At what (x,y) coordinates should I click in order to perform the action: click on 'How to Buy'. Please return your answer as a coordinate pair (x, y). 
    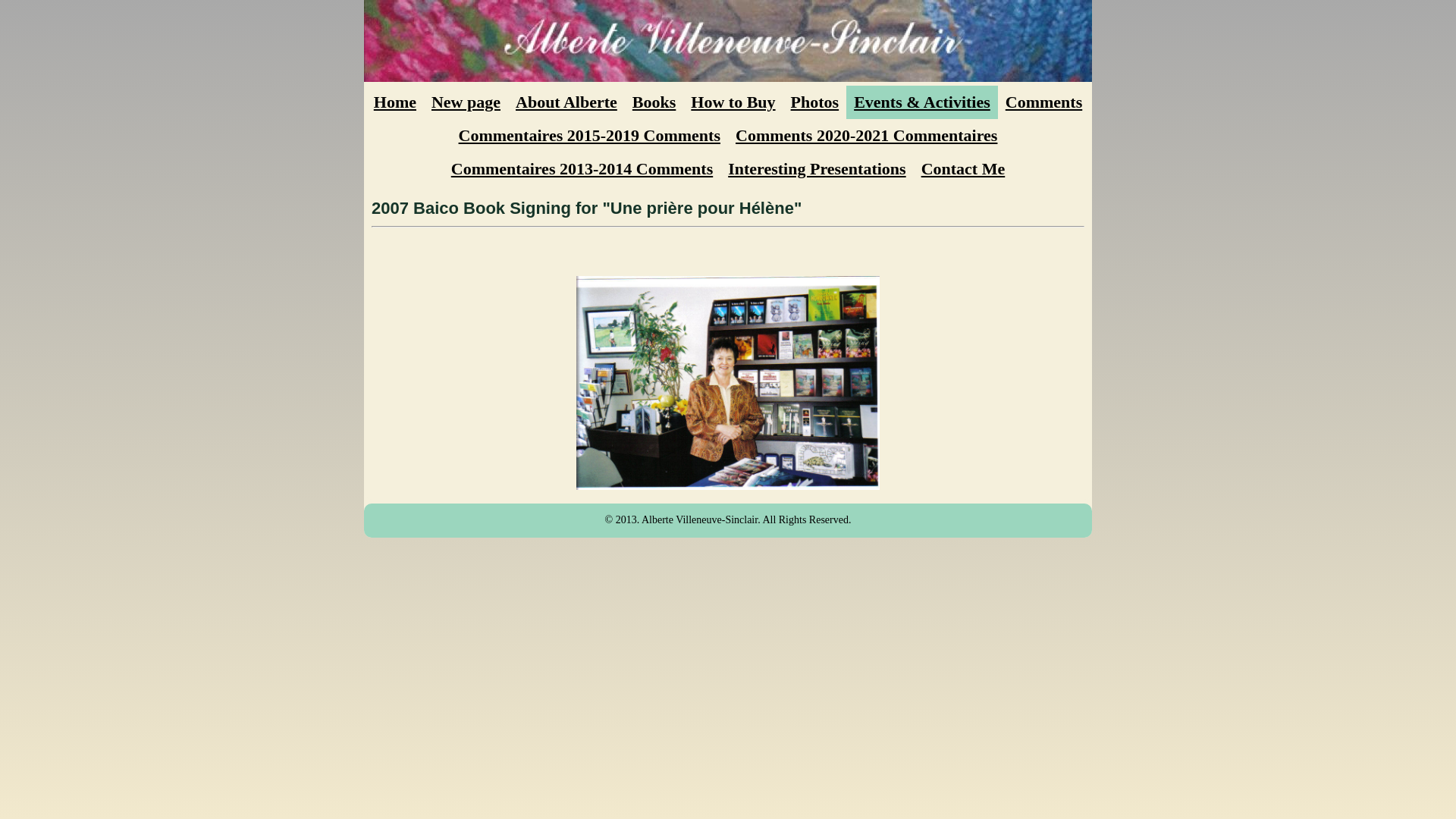
    Looking at the image, I should click on (733, 102).